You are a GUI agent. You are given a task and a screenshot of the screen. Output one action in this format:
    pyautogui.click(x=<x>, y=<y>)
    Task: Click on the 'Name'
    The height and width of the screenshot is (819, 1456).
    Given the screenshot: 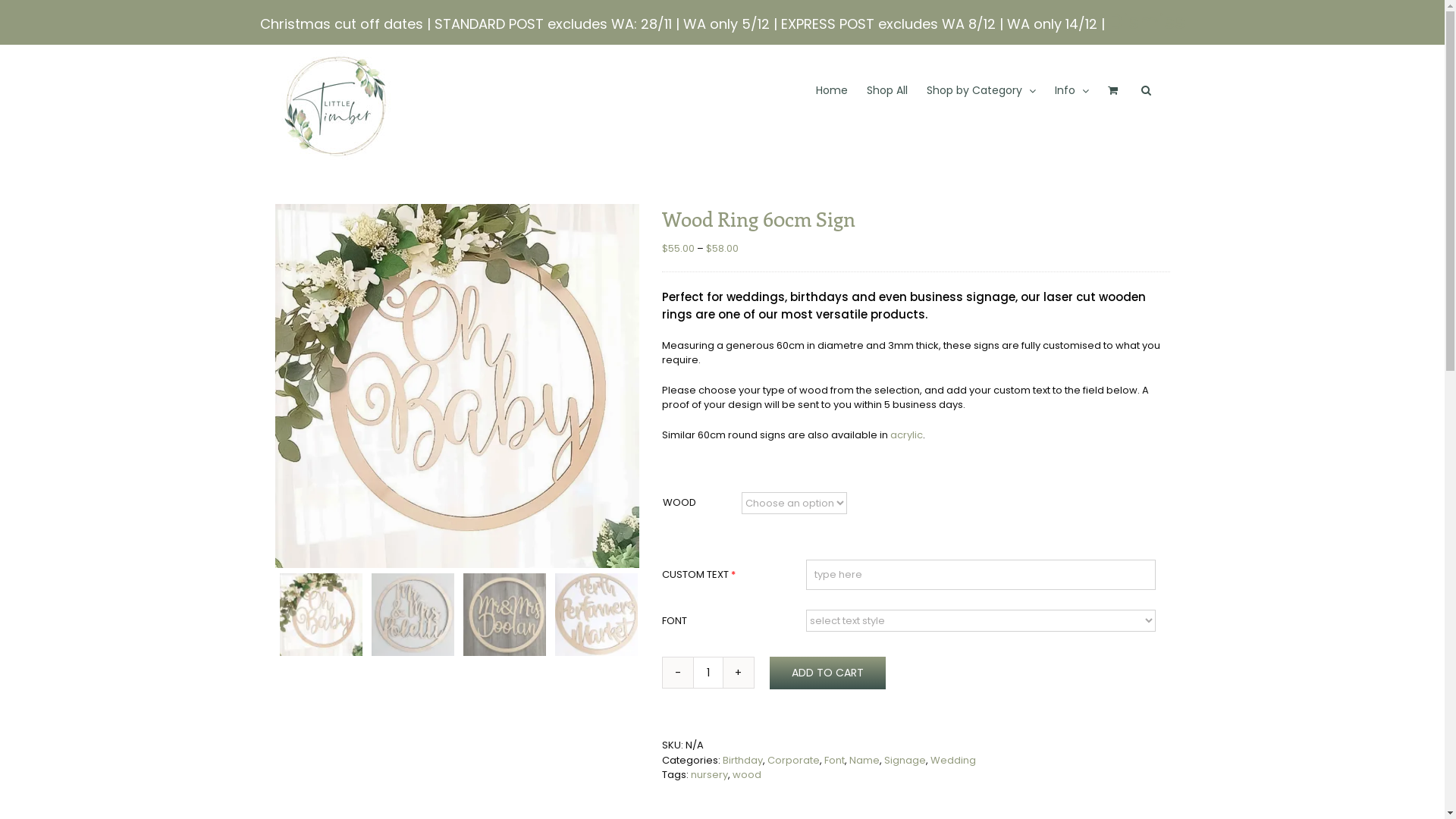 What is the action you would take?
    pyautogui.click(x=864, y=759)
    